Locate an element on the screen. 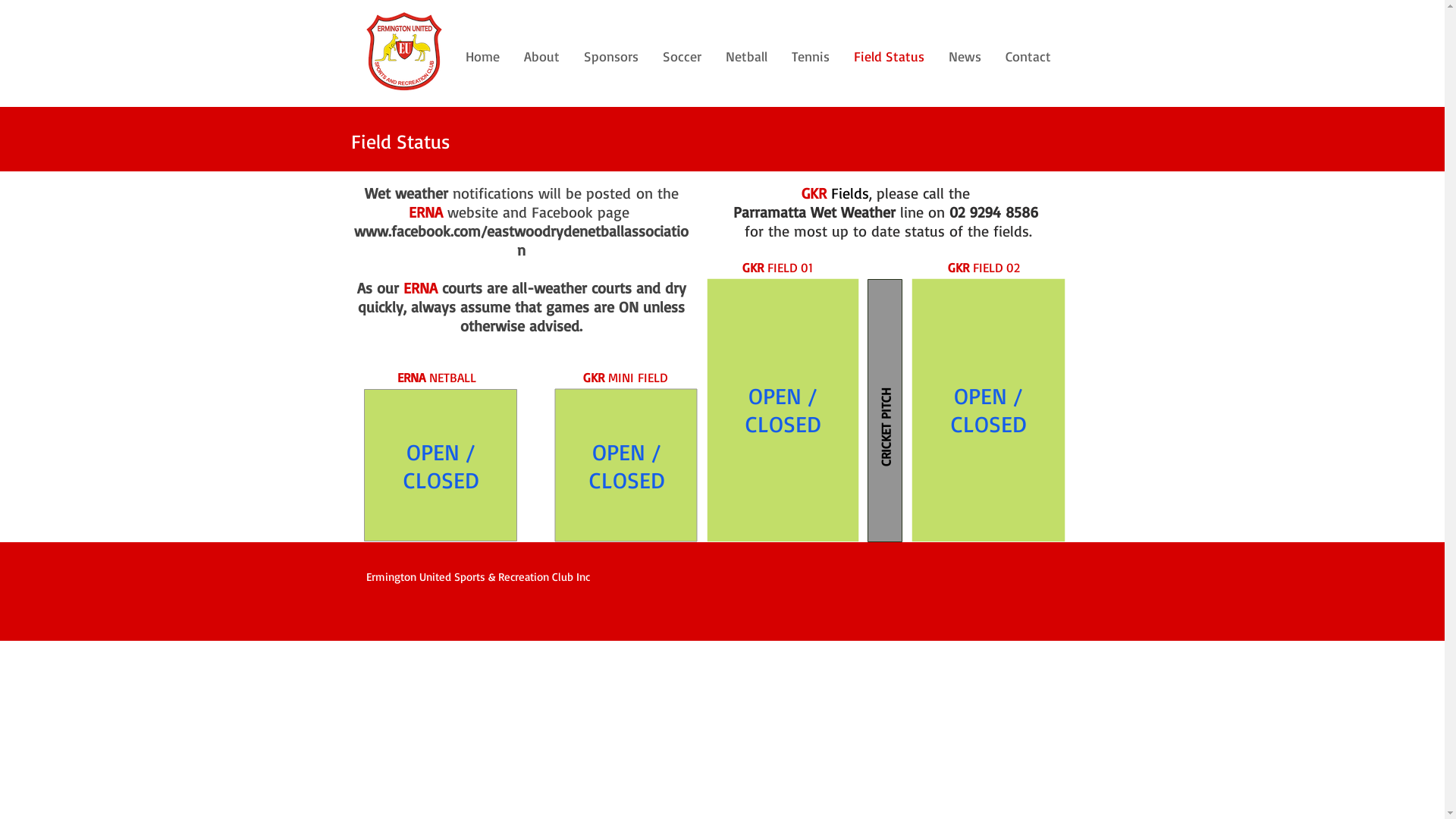 The width and height of the screenshot is (1456, 819). 'About' is located at coordinates (542, 55).